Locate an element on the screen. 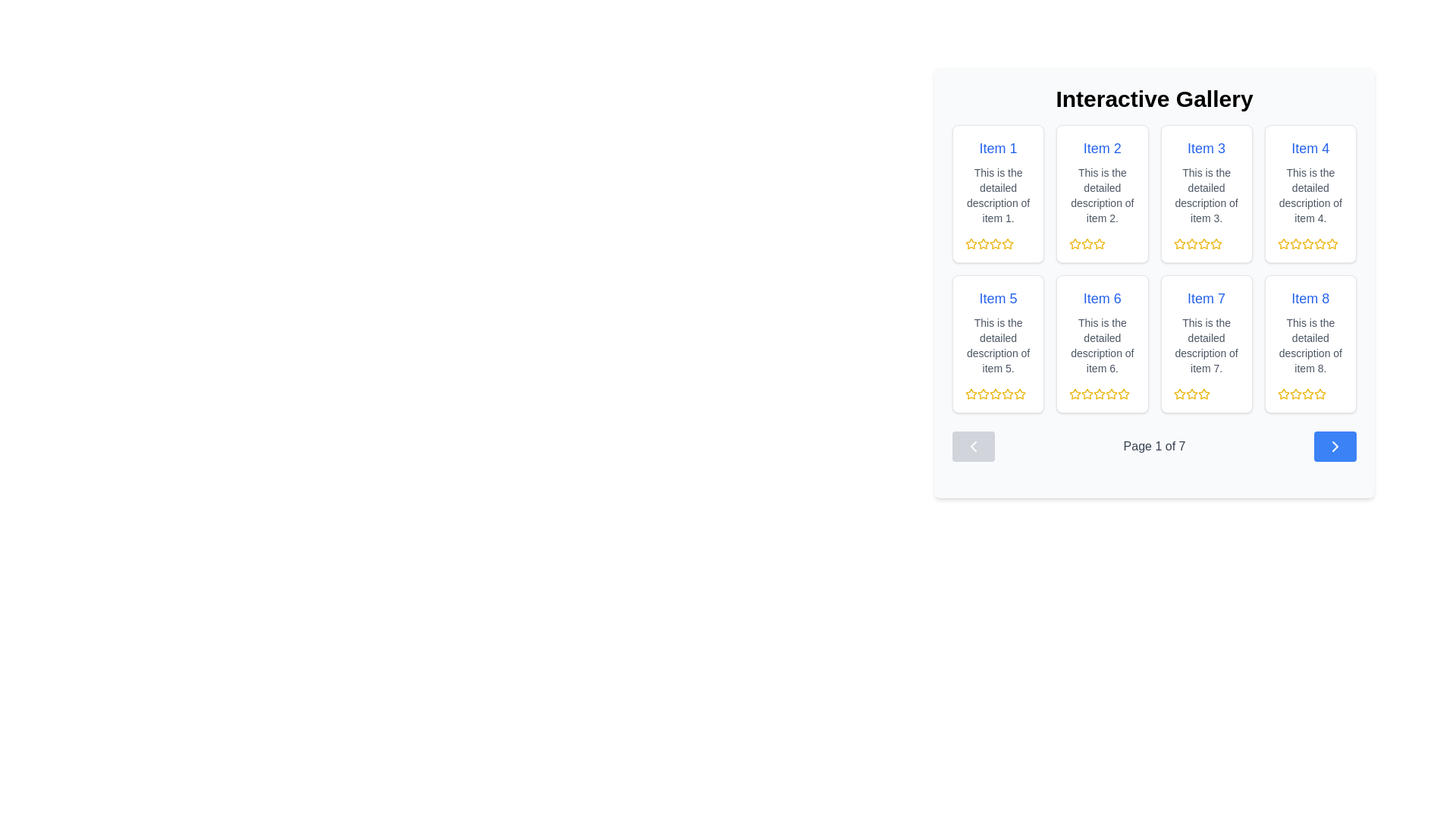 This screenshot has width=1456, height=819. the chevron icon located in the bottom-right corner of the panel is located at coordinates (1335, 446).